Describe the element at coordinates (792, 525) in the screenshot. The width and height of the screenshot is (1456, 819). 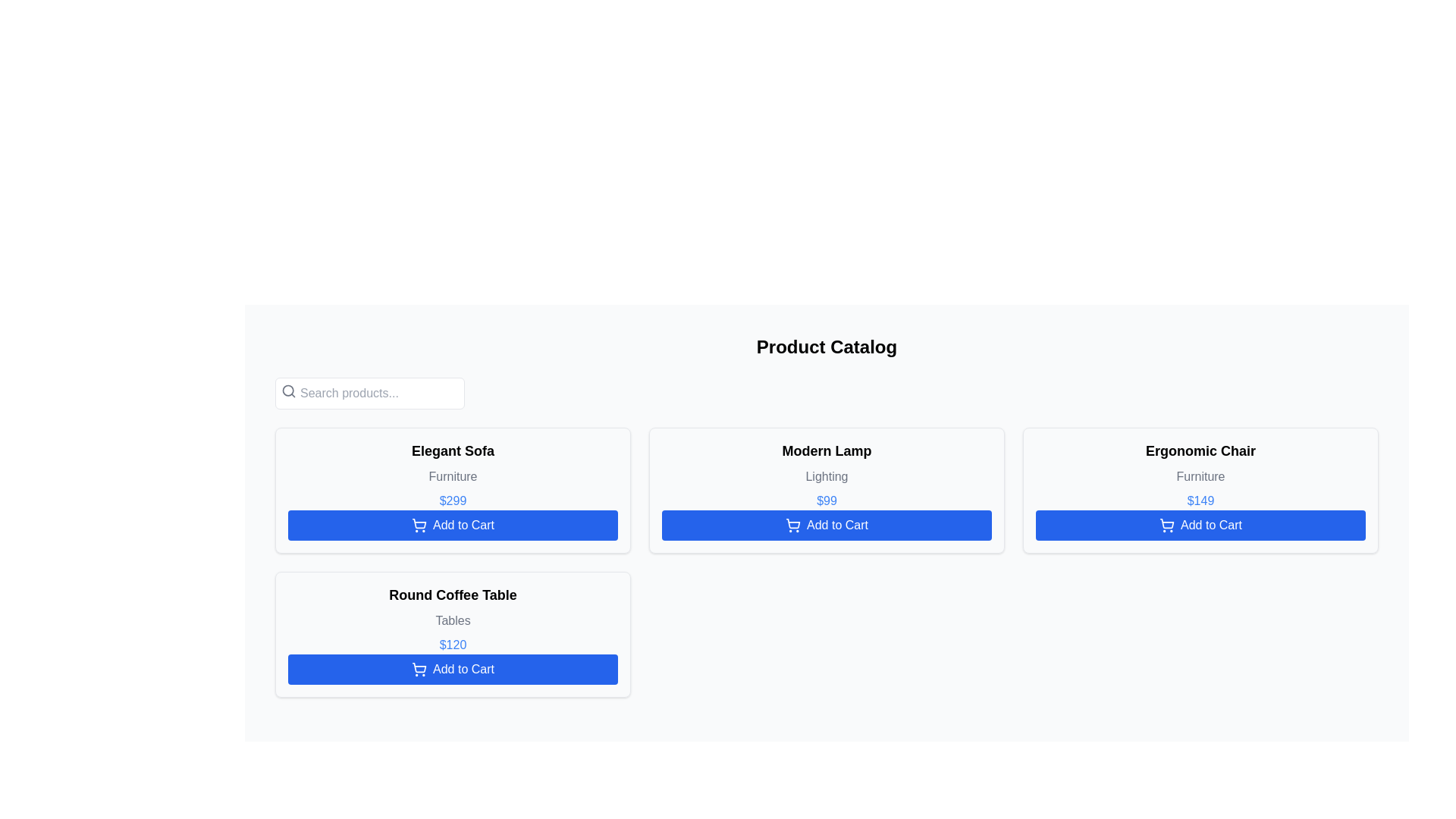
I see `the icon representing the action of adding an item to the cart, located to the left of the 'Add to Cart' text in the 'Add to Cart' button below the 'Modern Lamp' product card` at that location.